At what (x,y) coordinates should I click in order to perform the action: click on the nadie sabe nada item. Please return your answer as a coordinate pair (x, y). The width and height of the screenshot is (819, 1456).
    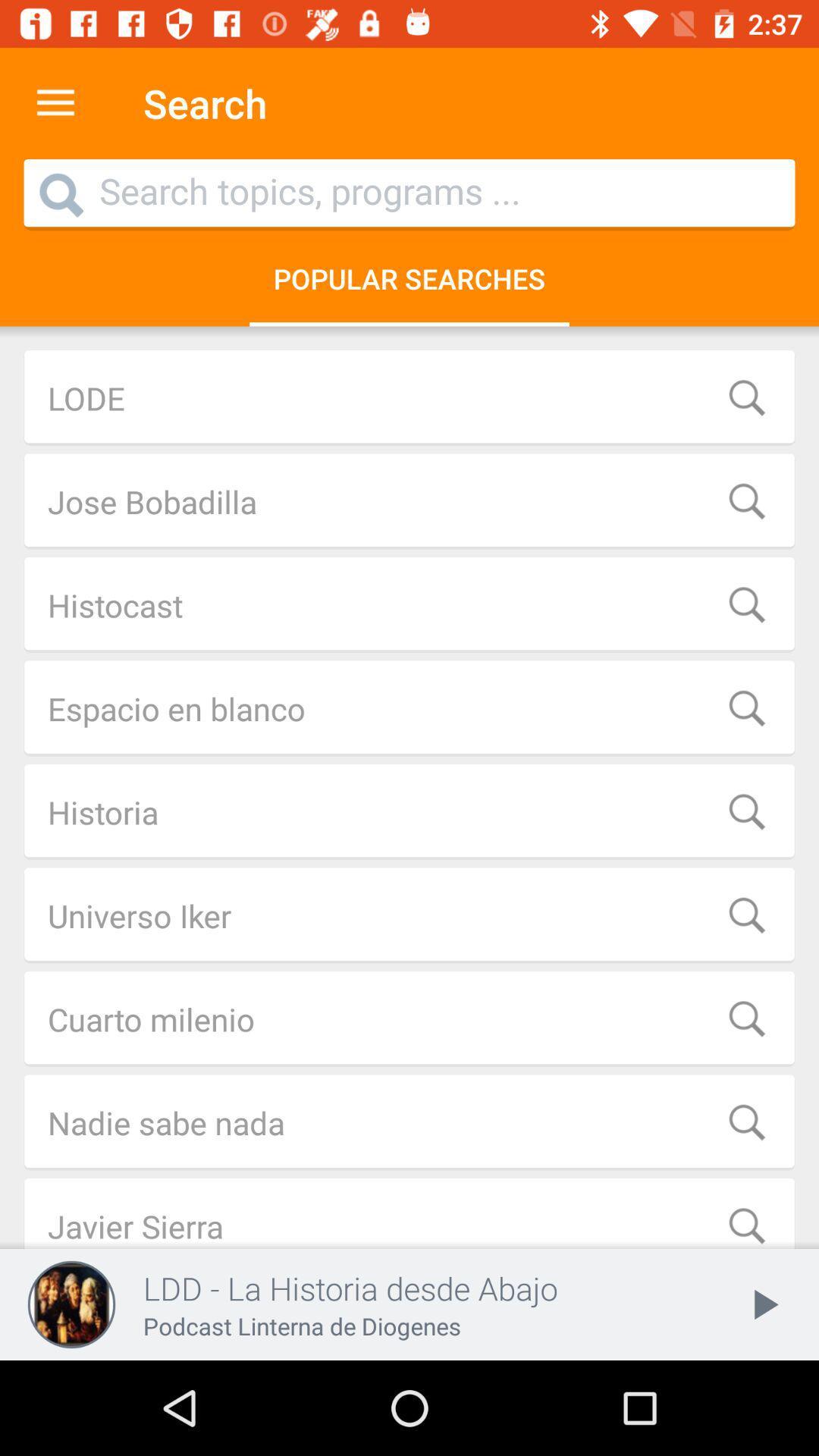
    Looking at the image, I should click on (409, 1122).